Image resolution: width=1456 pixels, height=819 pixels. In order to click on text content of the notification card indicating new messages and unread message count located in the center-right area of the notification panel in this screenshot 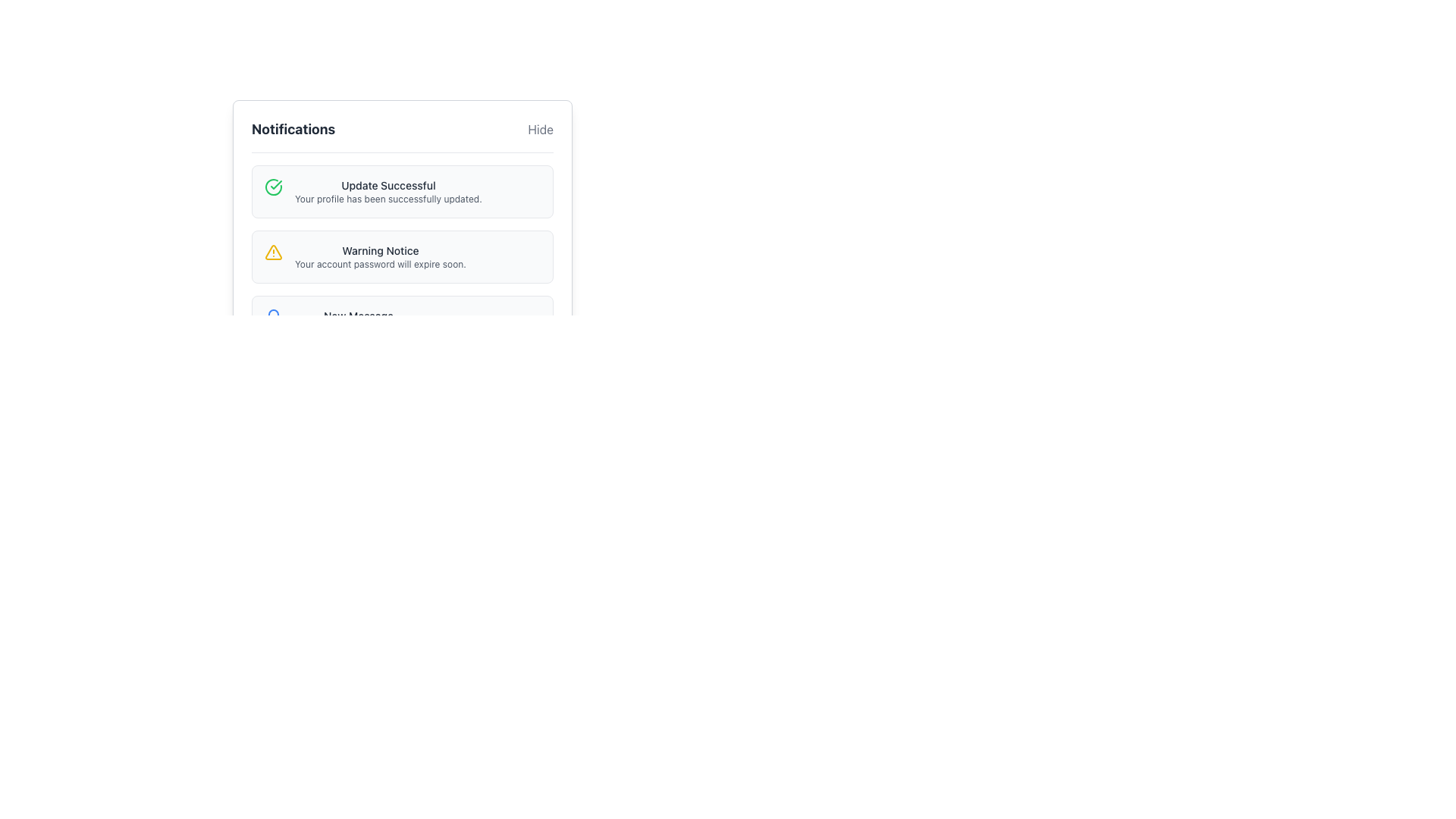, I will do `click(358, 321)`.